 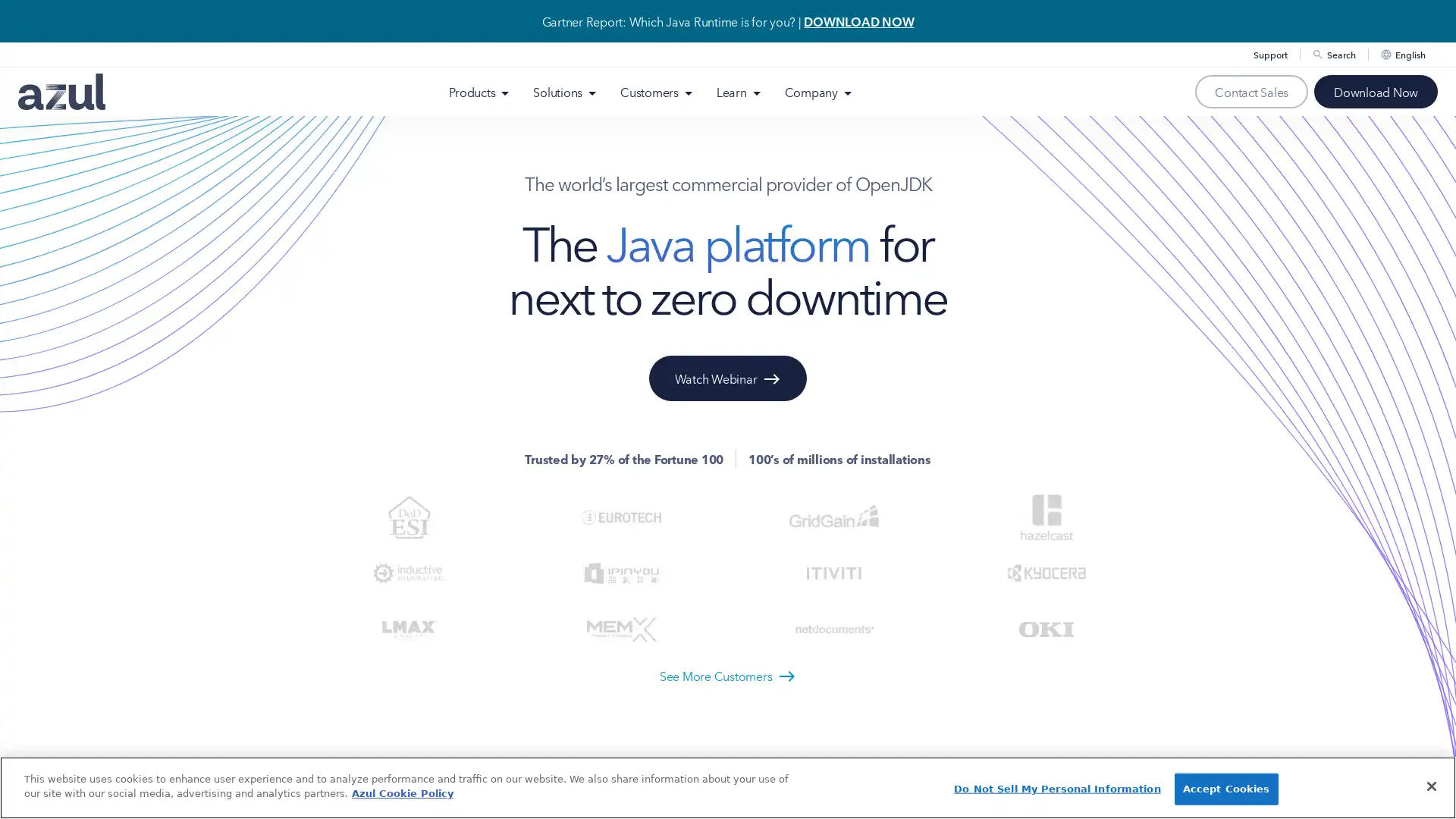 What do you see at coordinates (1225, 788) in the screenshot?
I see `Accept Cookies` at bounding box center [1225, 788].